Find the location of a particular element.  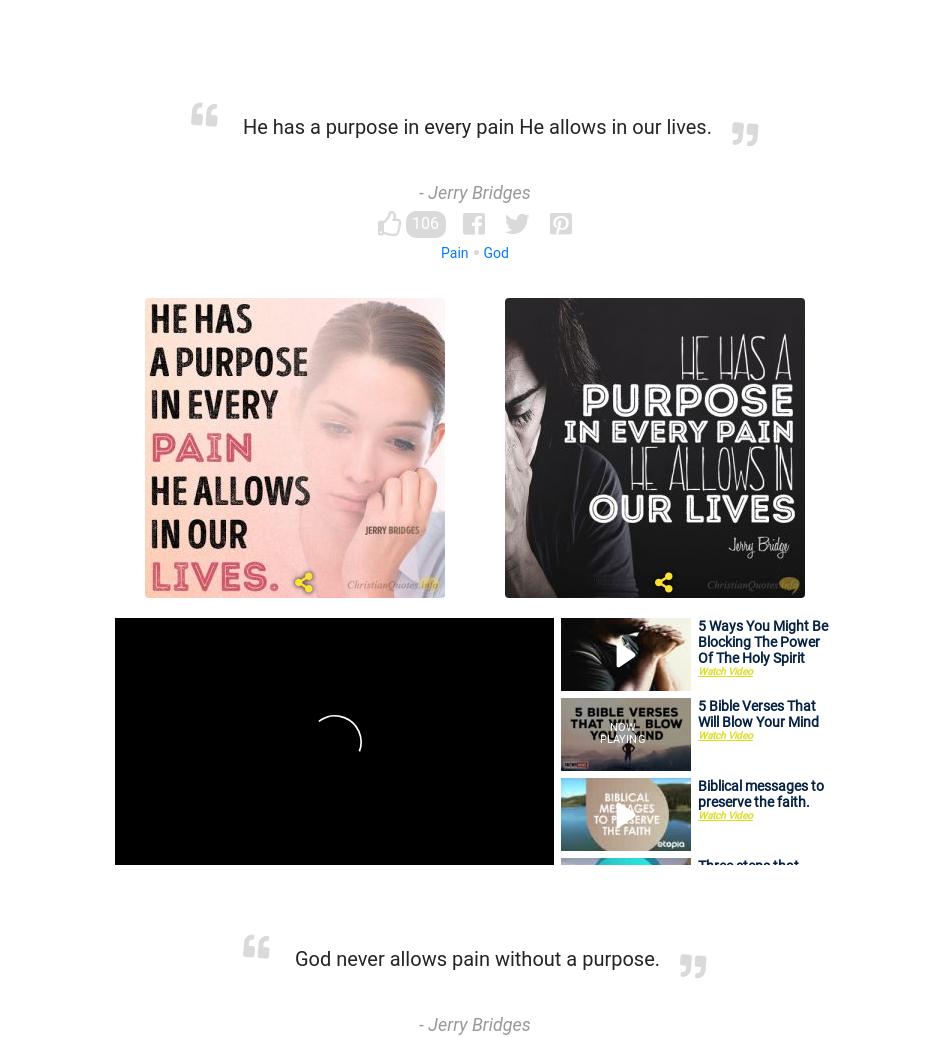

'Adversity' is located at coordinates (409, 59).